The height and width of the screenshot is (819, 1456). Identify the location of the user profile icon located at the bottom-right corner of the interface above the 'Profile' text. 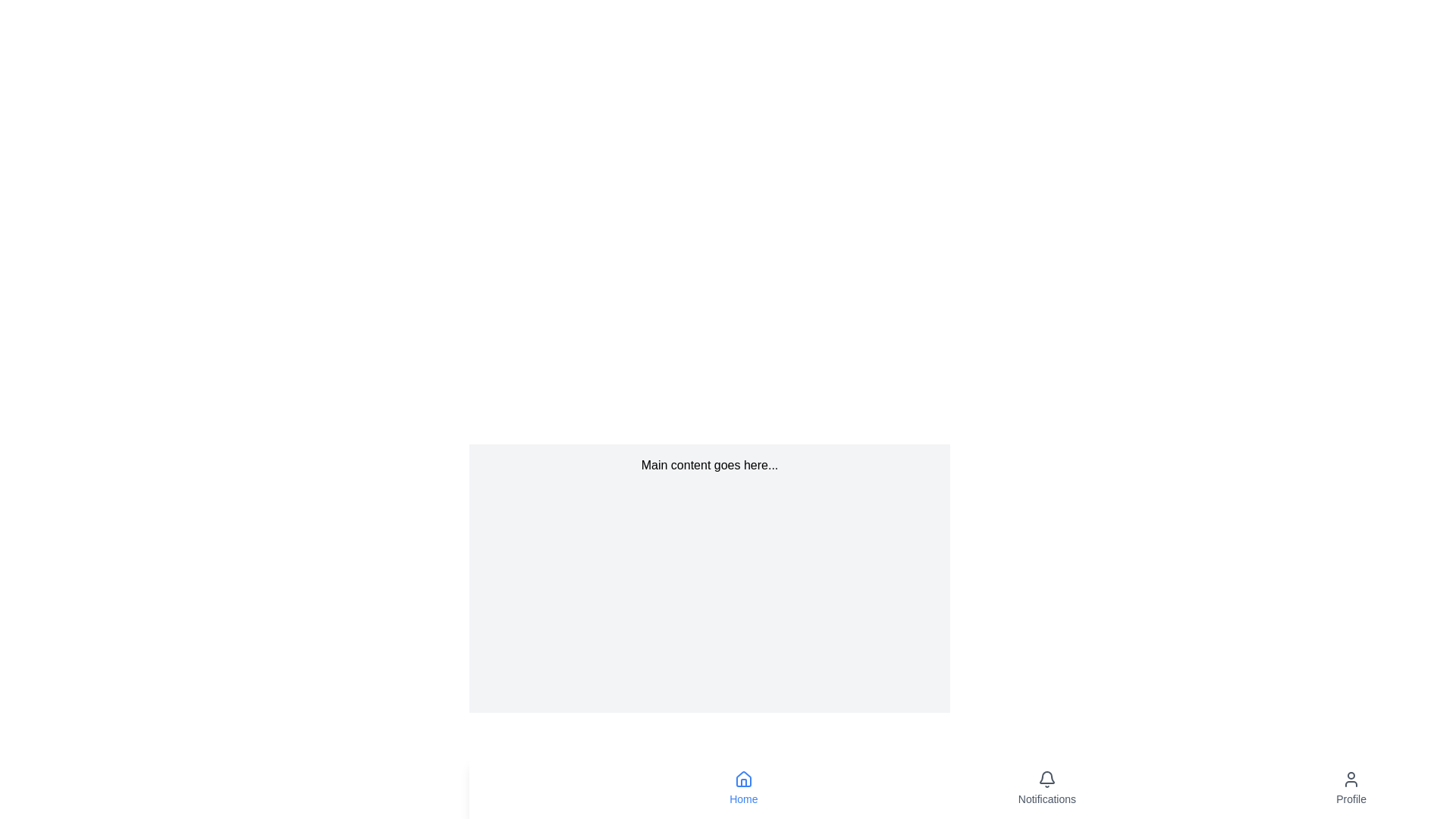
(1351, 780).